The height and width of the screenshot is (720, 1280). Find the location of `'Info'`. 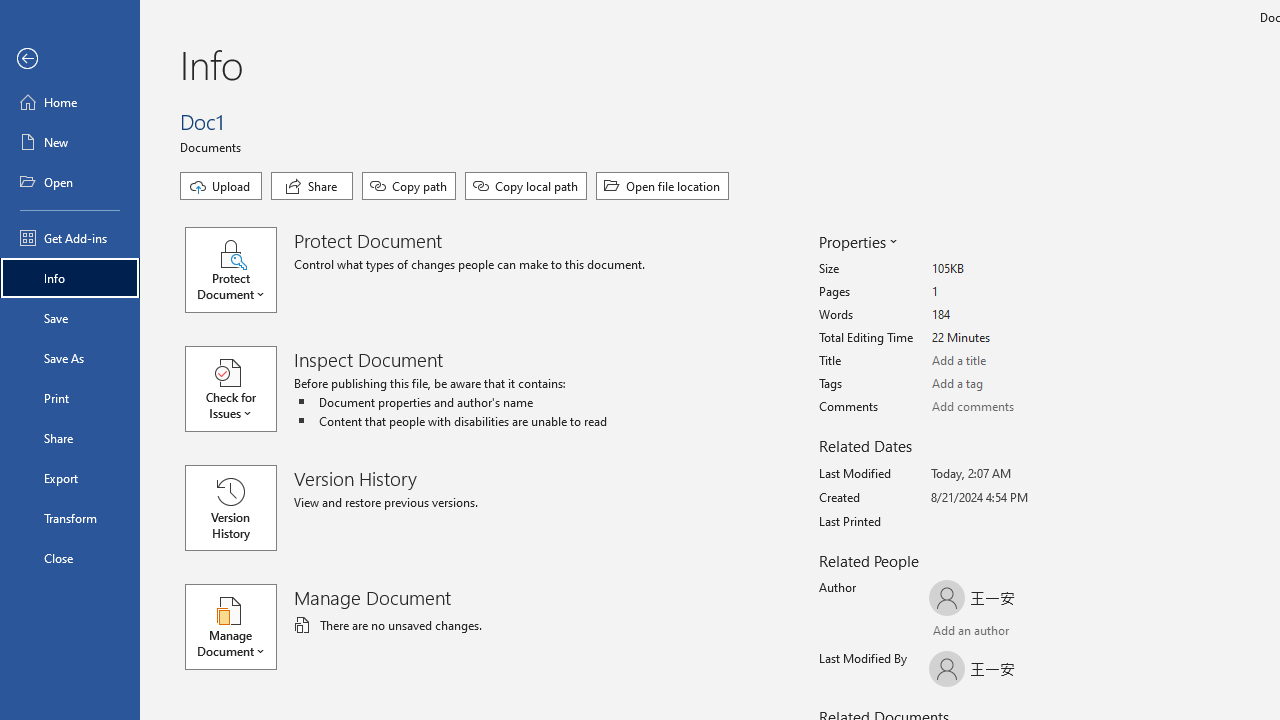

'Info' is located at coordinates (69, 277).